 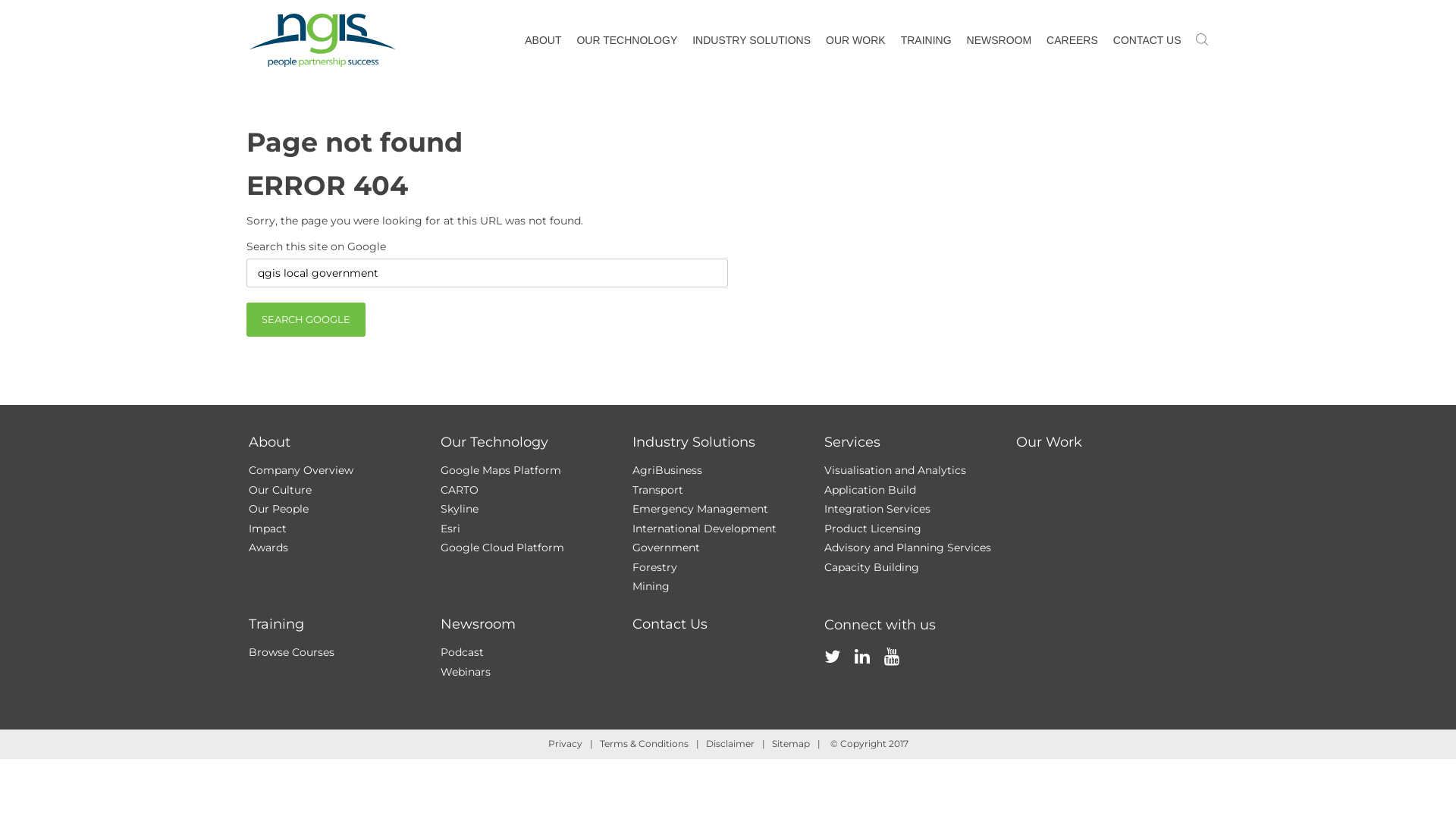 What do you see at coordinates (654, 566) in the screenshot?
I see `'Forestry'` at bounding box center [654, 566].